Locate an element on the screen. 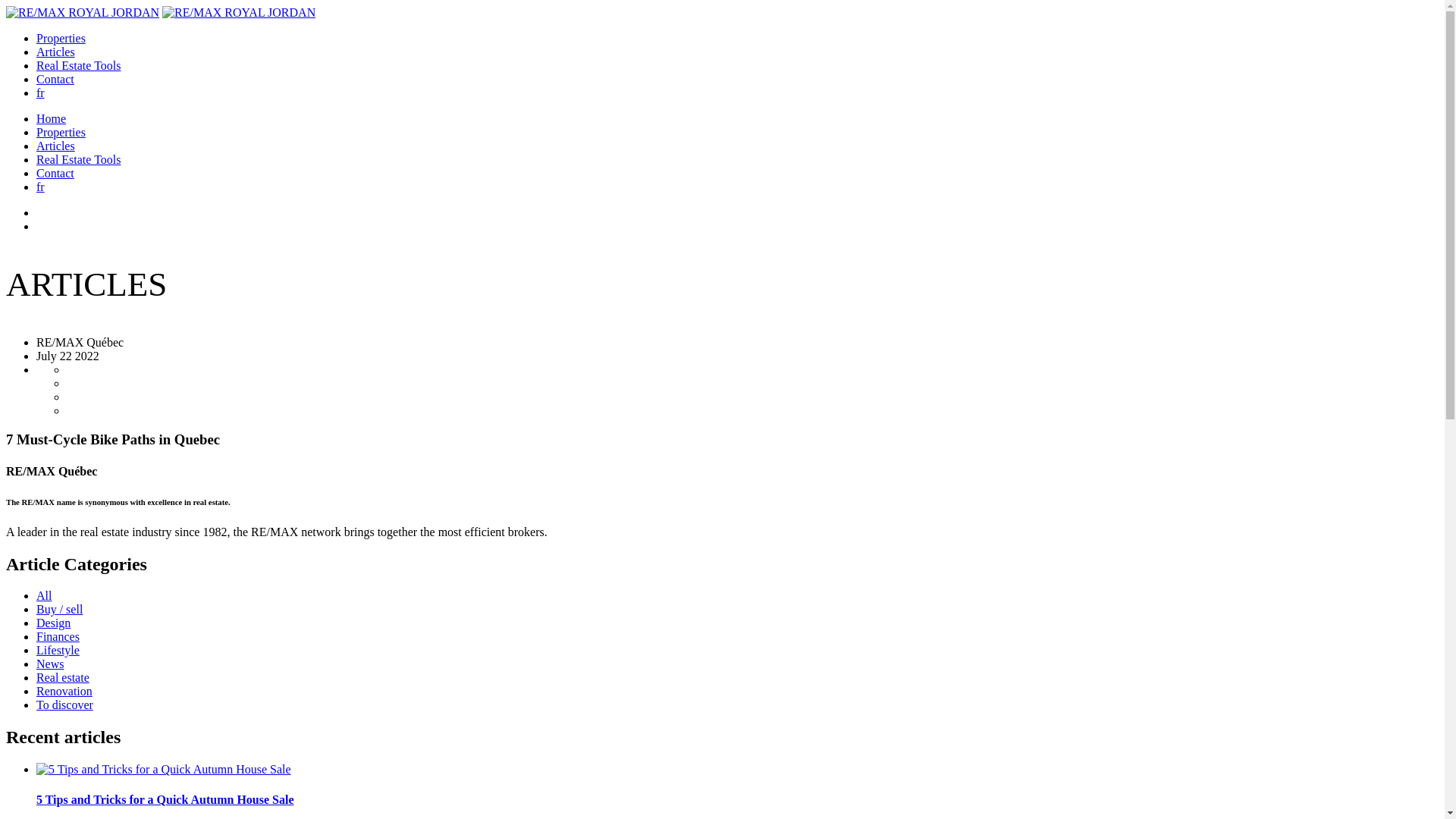 The image size is (1456, 819). 'Articles' is located at coordinates (55, 146).